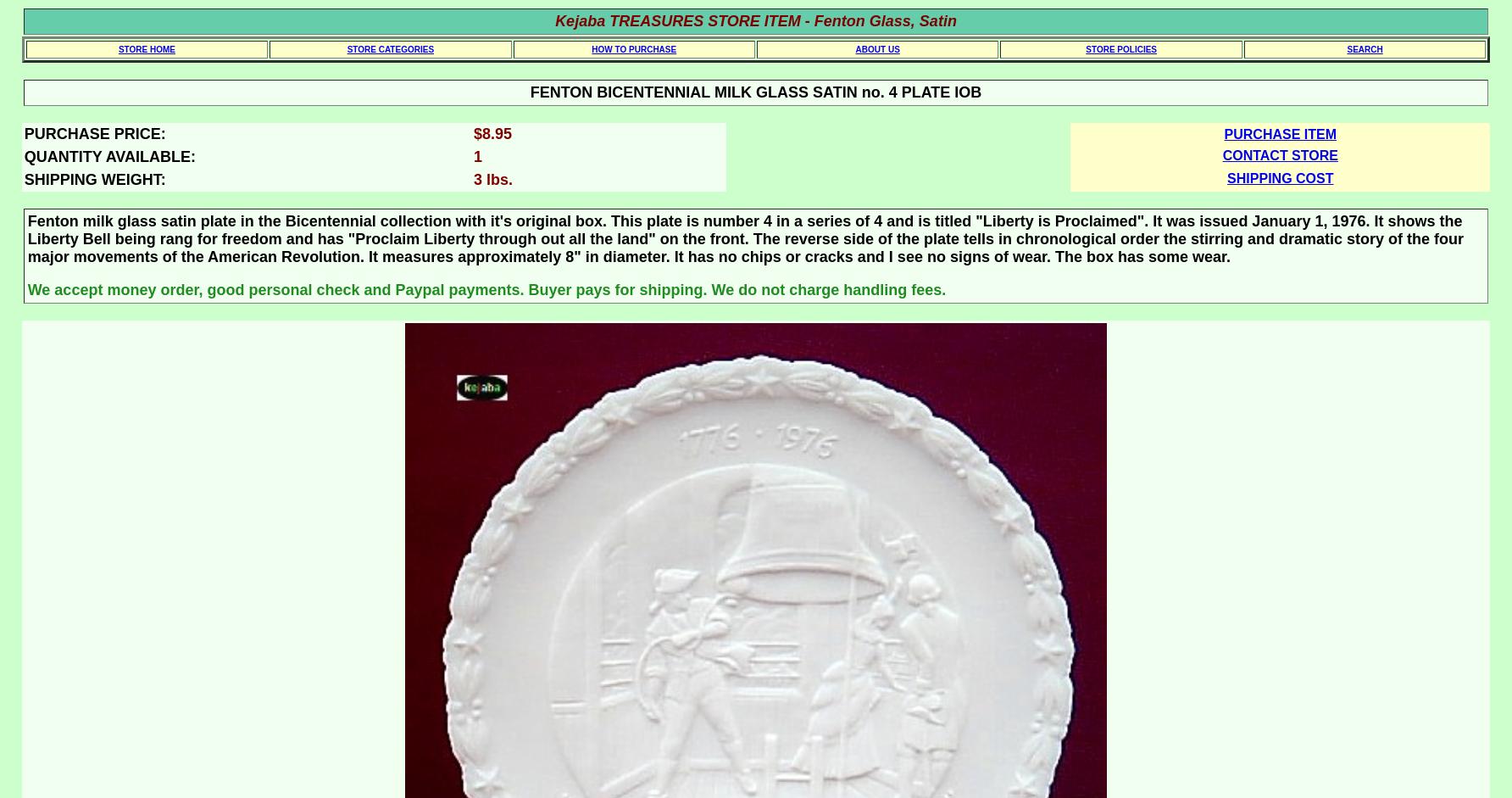  I want to click on 'SEARCH', so click(1347, 48).